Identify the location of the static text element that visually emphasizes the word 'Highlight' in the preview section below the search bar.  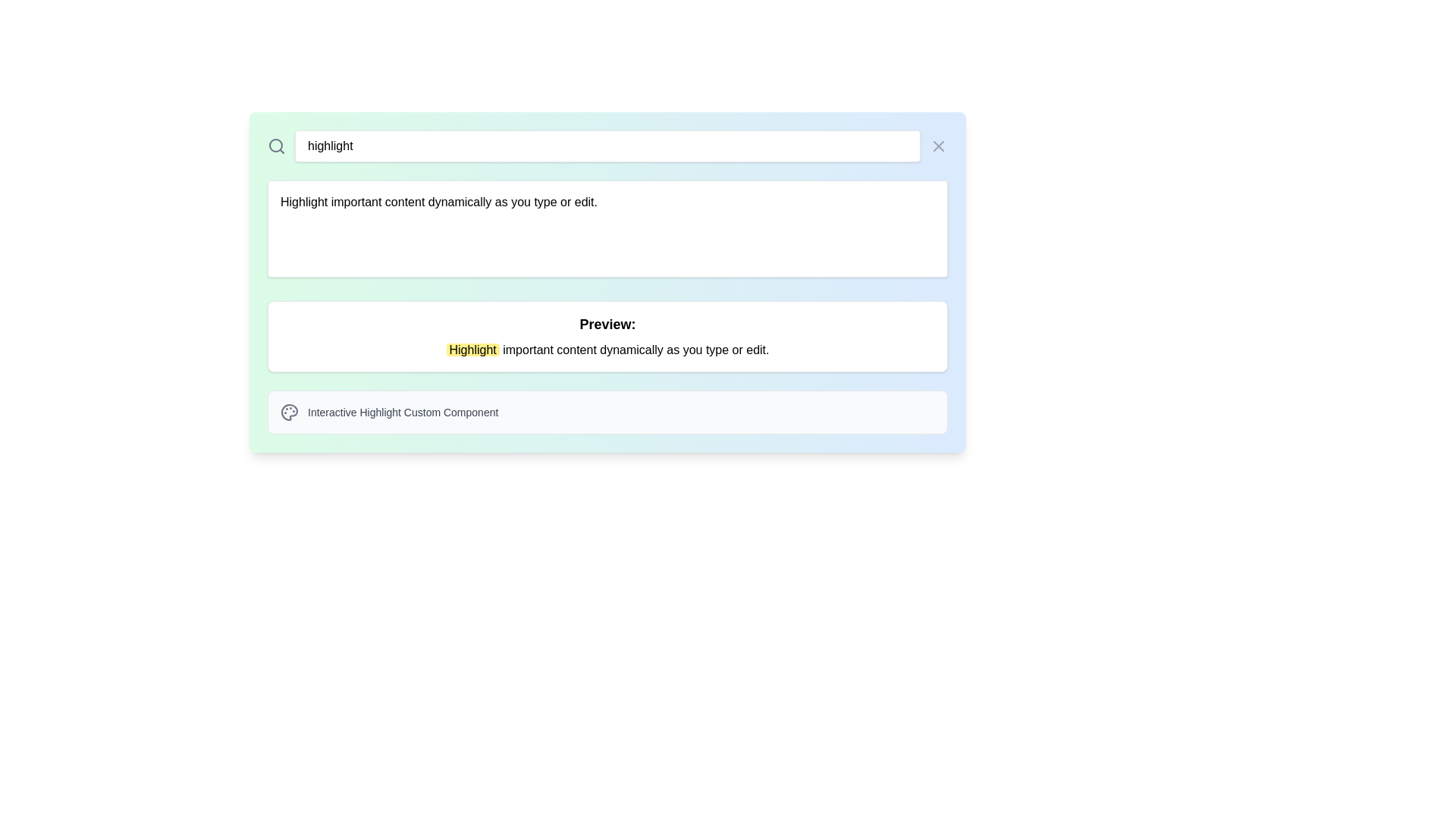
(472, 350).